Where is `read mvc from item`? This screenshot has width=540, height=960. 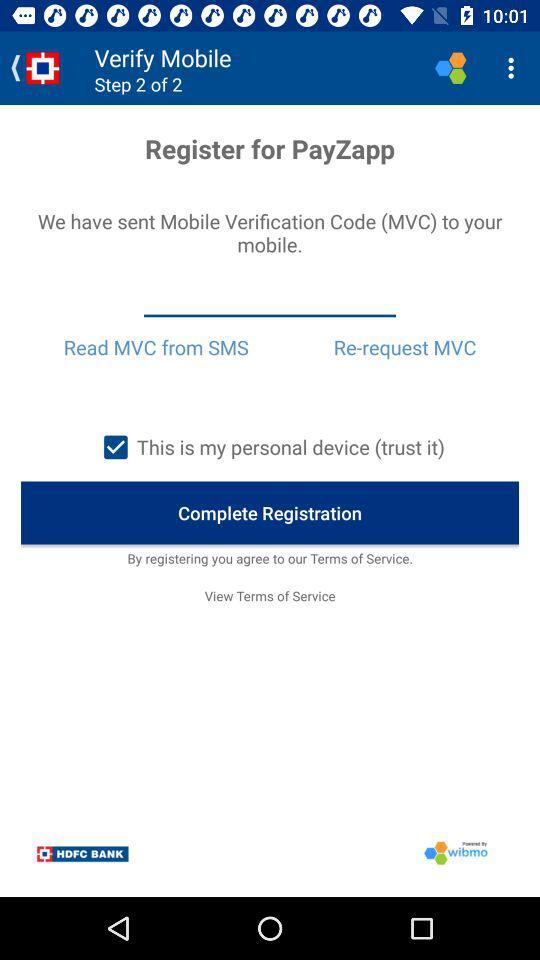 read mvc from item is located at coordinates (155, 347).